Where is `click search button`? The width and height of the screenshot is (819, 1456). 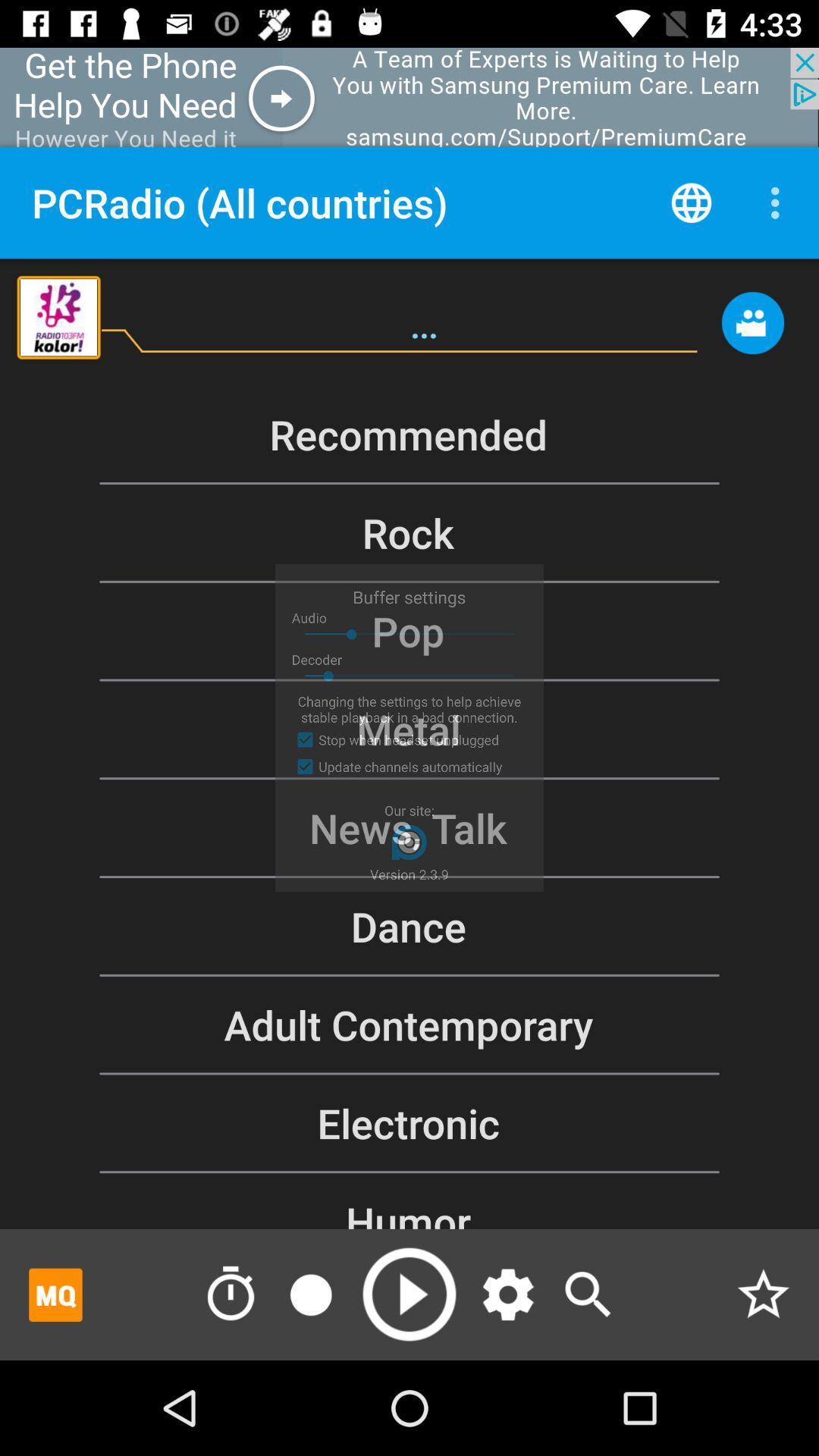
click search button is located at coordinates (587, 1294).